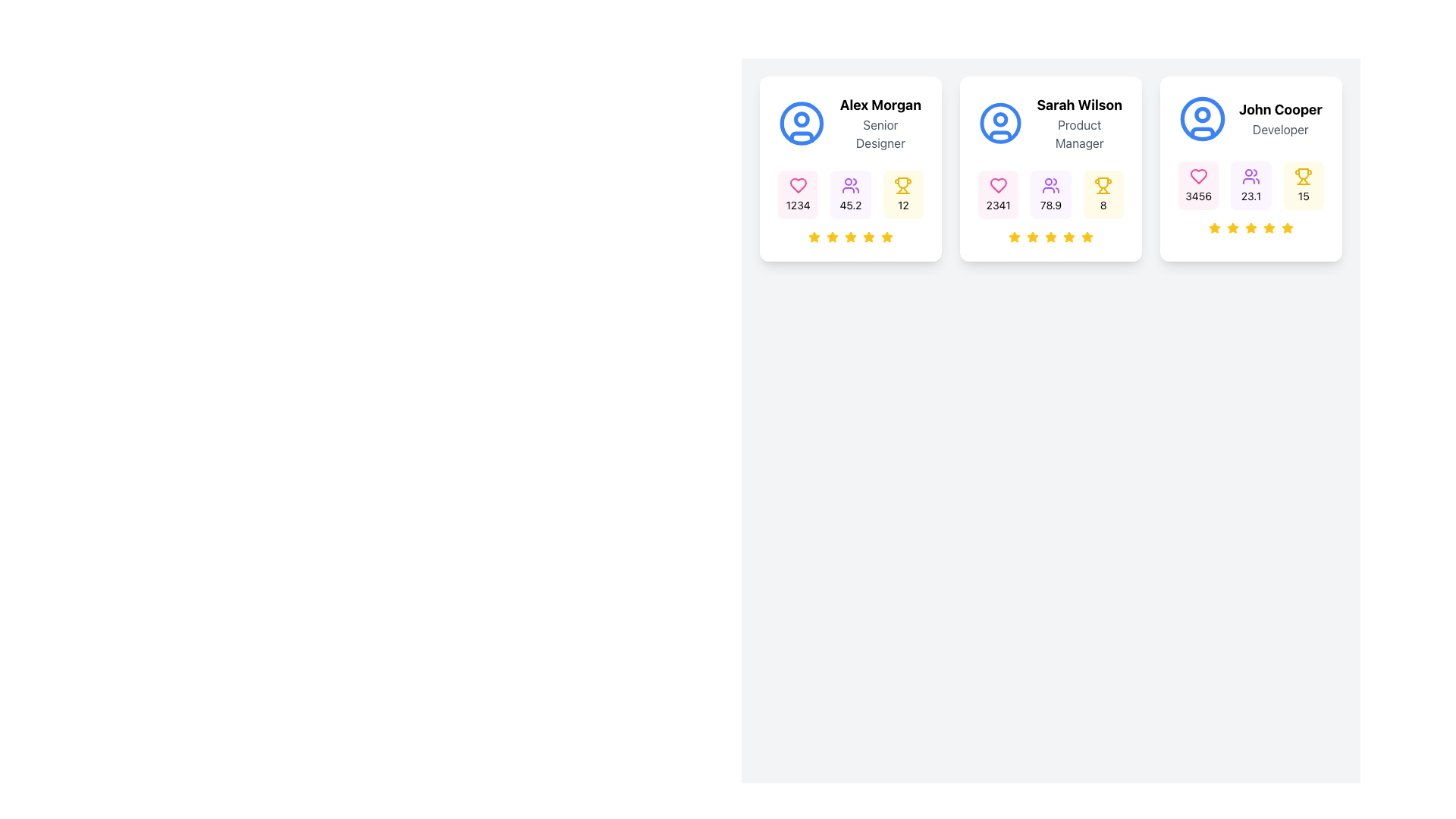 Image resolution: width=1456 pixels, height=819 pixels. What do you see at coordinates (851, 237) in the screenshot?
I see `the yellow star-shaped icon located in the bottom row of the card labeled 'Alex Morgan' at the center of the row of five stars` at bounding box center [851, 237].